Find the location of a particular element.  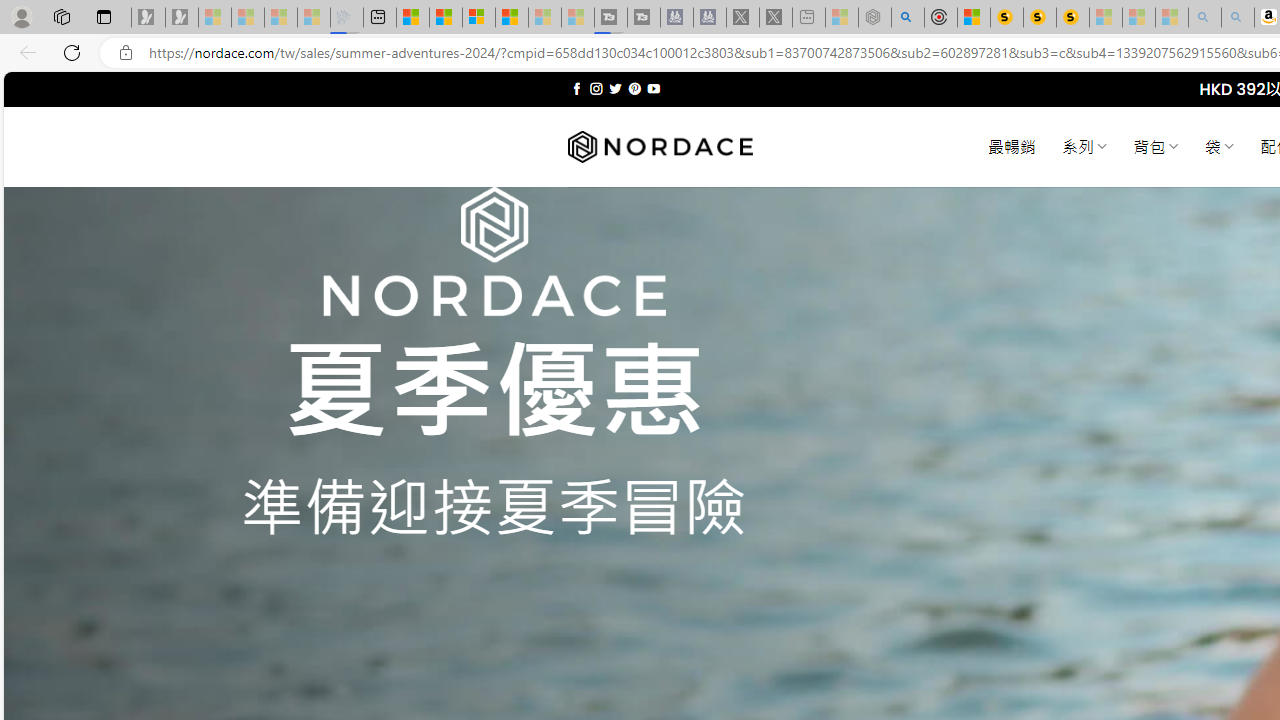

'Nordace' is located at coordinates (659, 146).